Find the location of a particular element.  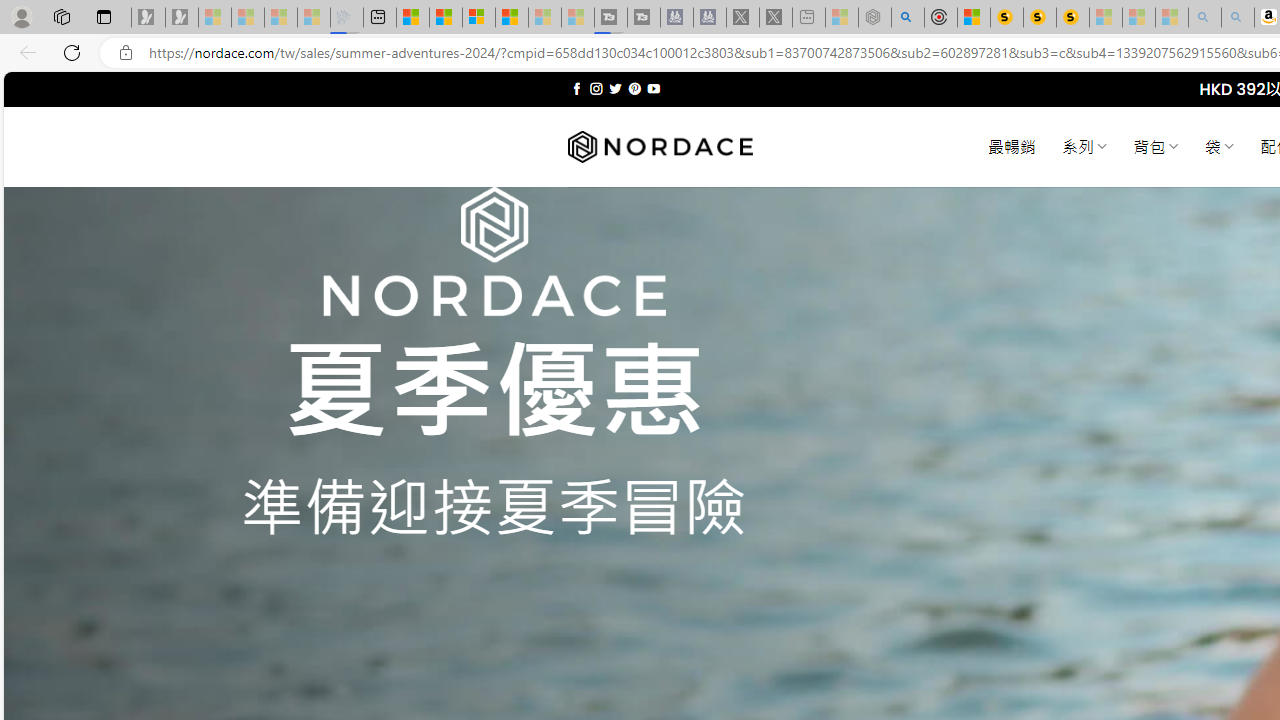

'Nordace' is located at coordinates (659, 146).